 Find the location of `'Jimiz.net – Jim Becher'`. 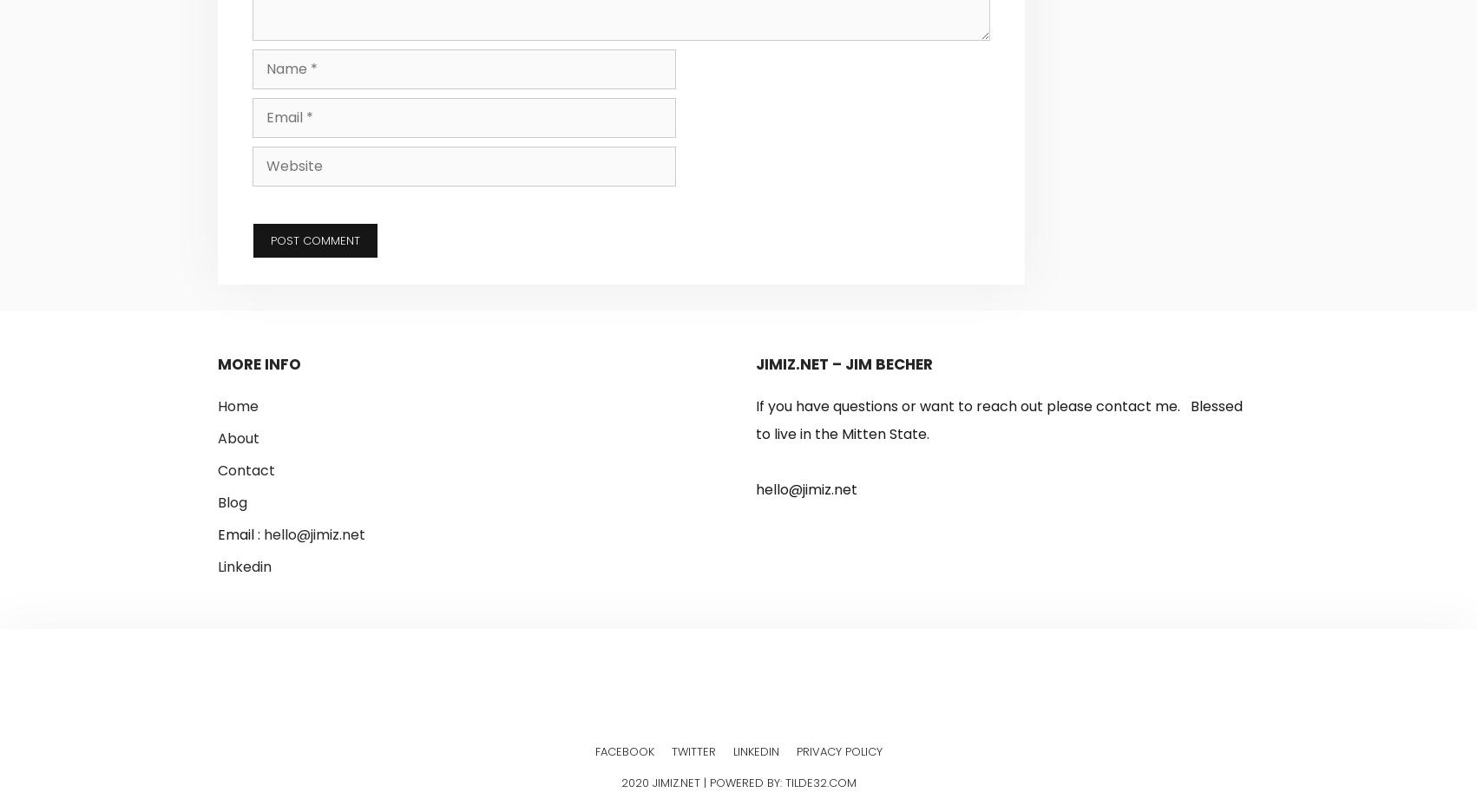

'Jimiz.net – Jim Becher' is located at coordinates (844, 363).